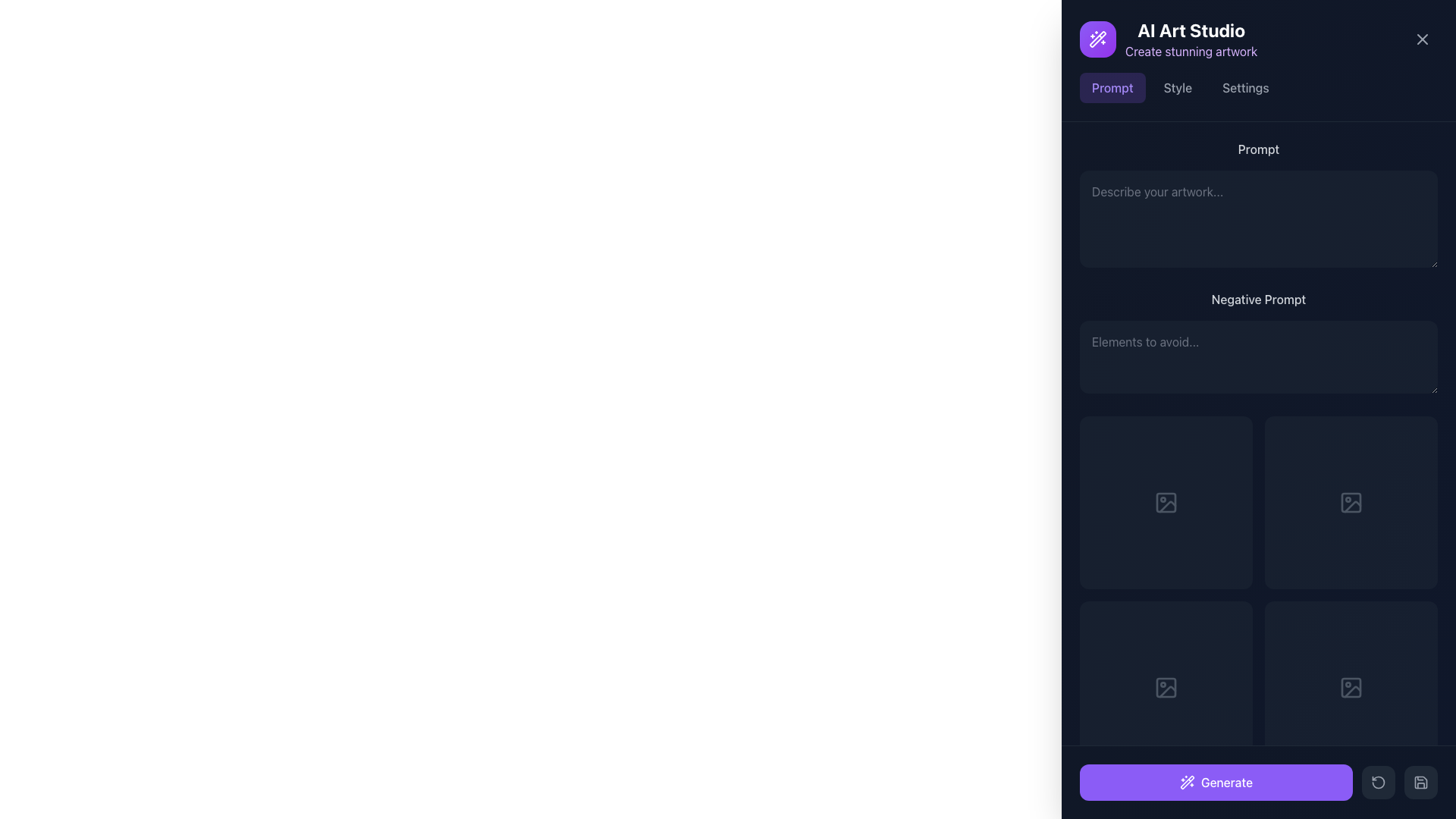 The width and height of the screenshot is (1456, 819). Describe the element at coordinates (1351, 687) in the screenshot. I see `the square image placeholder icon with a gray background and rounded corners located in the bottom-right corner of a 2x2 grid` at that location.